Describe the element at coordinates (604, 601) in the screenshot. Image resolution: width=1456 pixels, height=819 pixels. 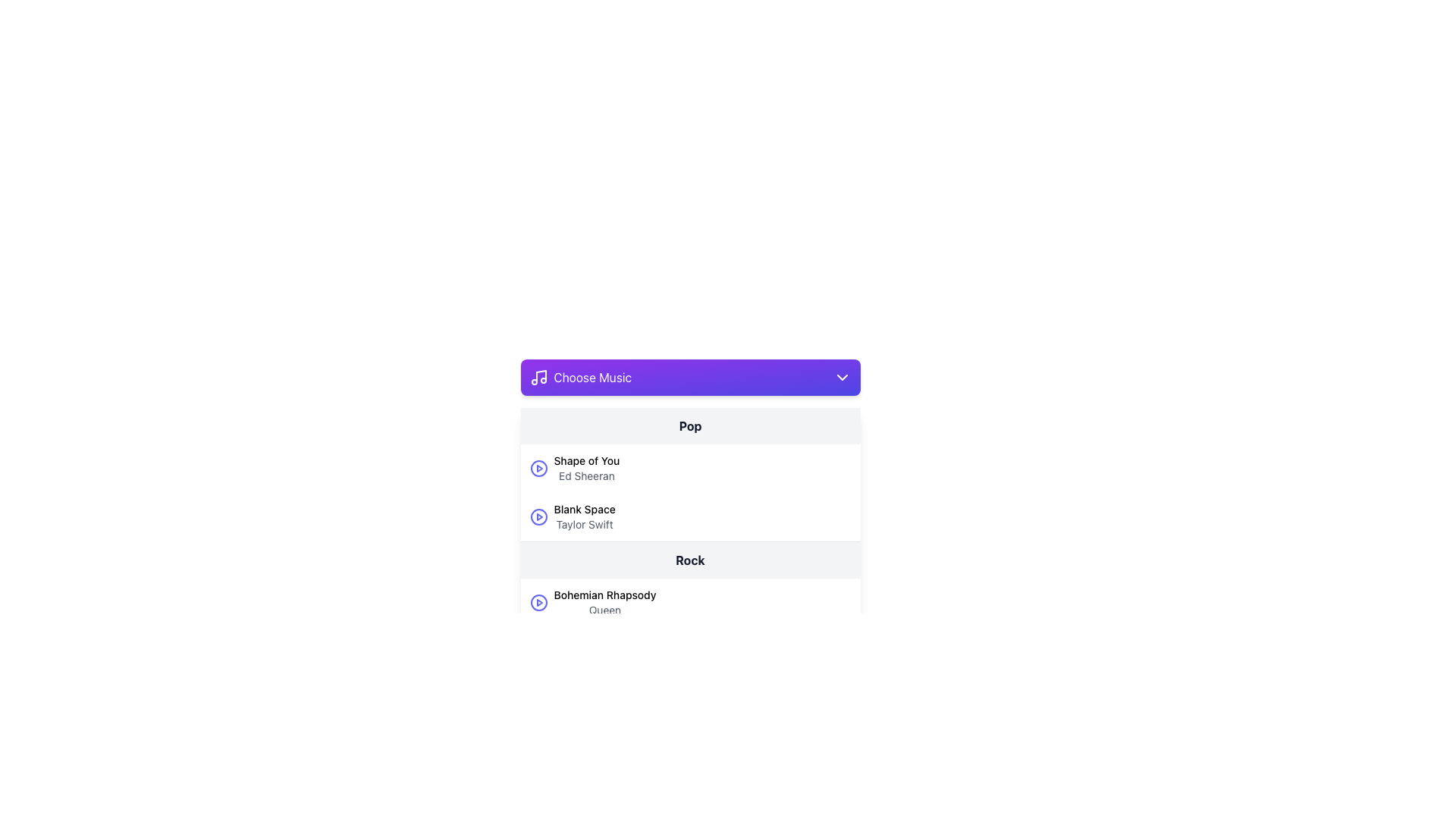
I see `the third music entry` at that location.